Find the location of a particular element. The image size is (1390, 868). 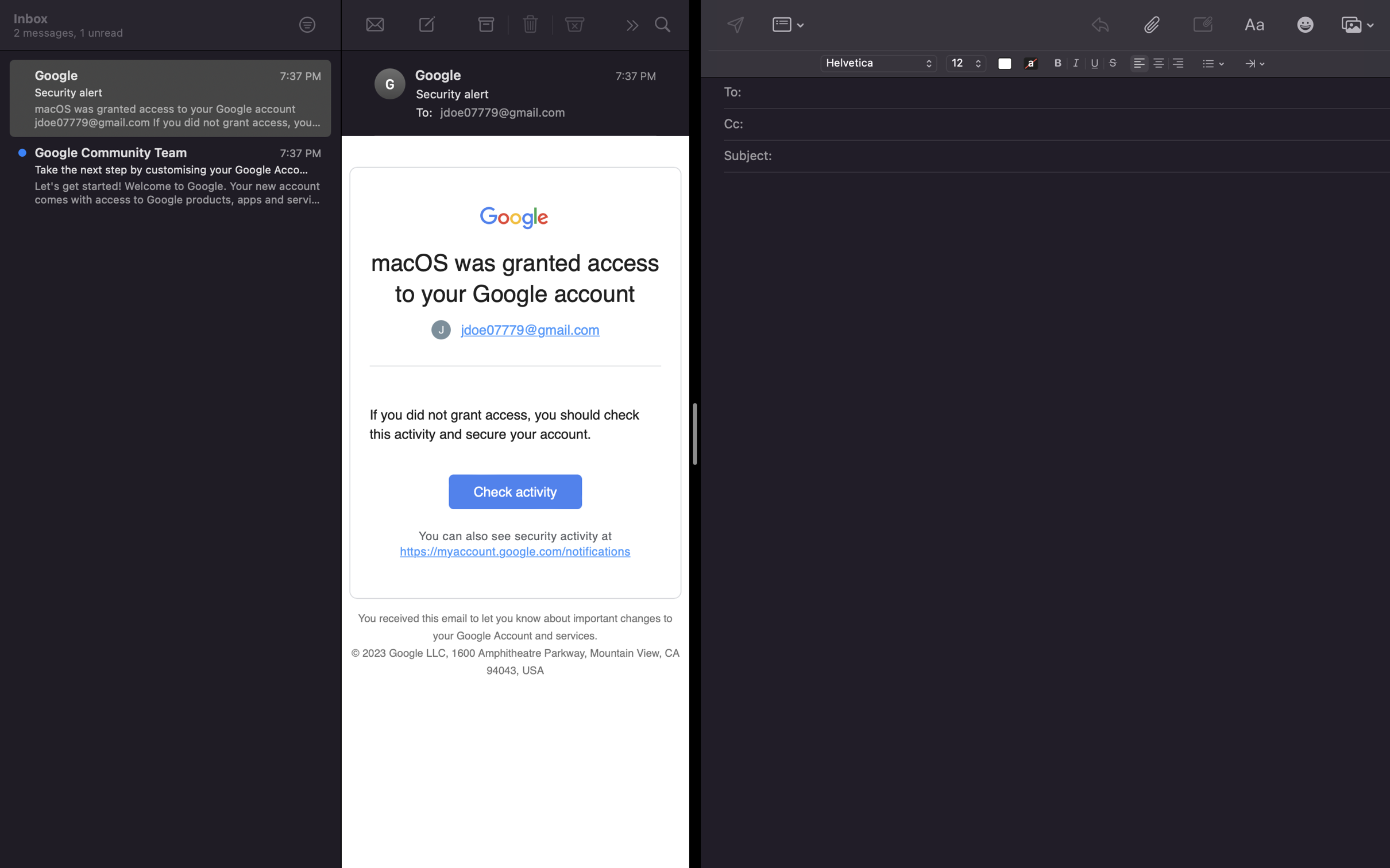

Key in "emily@gmail.com" in the email recepient field is located at coordinates (1065, 93).